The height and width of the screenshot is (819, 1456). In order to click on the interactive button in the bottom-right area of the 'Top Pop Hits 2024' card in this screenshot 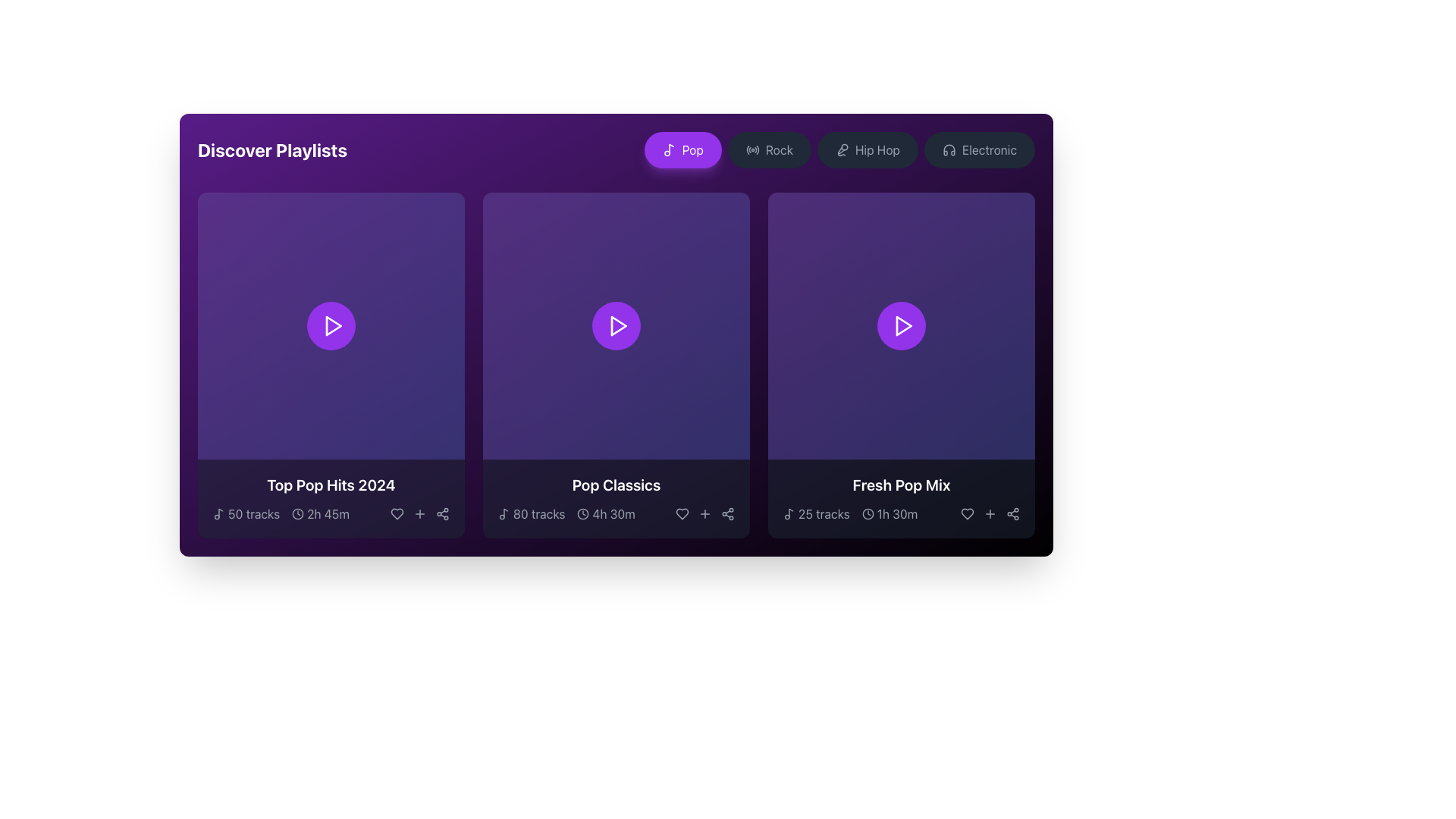, I will do `click(419, 513)`.